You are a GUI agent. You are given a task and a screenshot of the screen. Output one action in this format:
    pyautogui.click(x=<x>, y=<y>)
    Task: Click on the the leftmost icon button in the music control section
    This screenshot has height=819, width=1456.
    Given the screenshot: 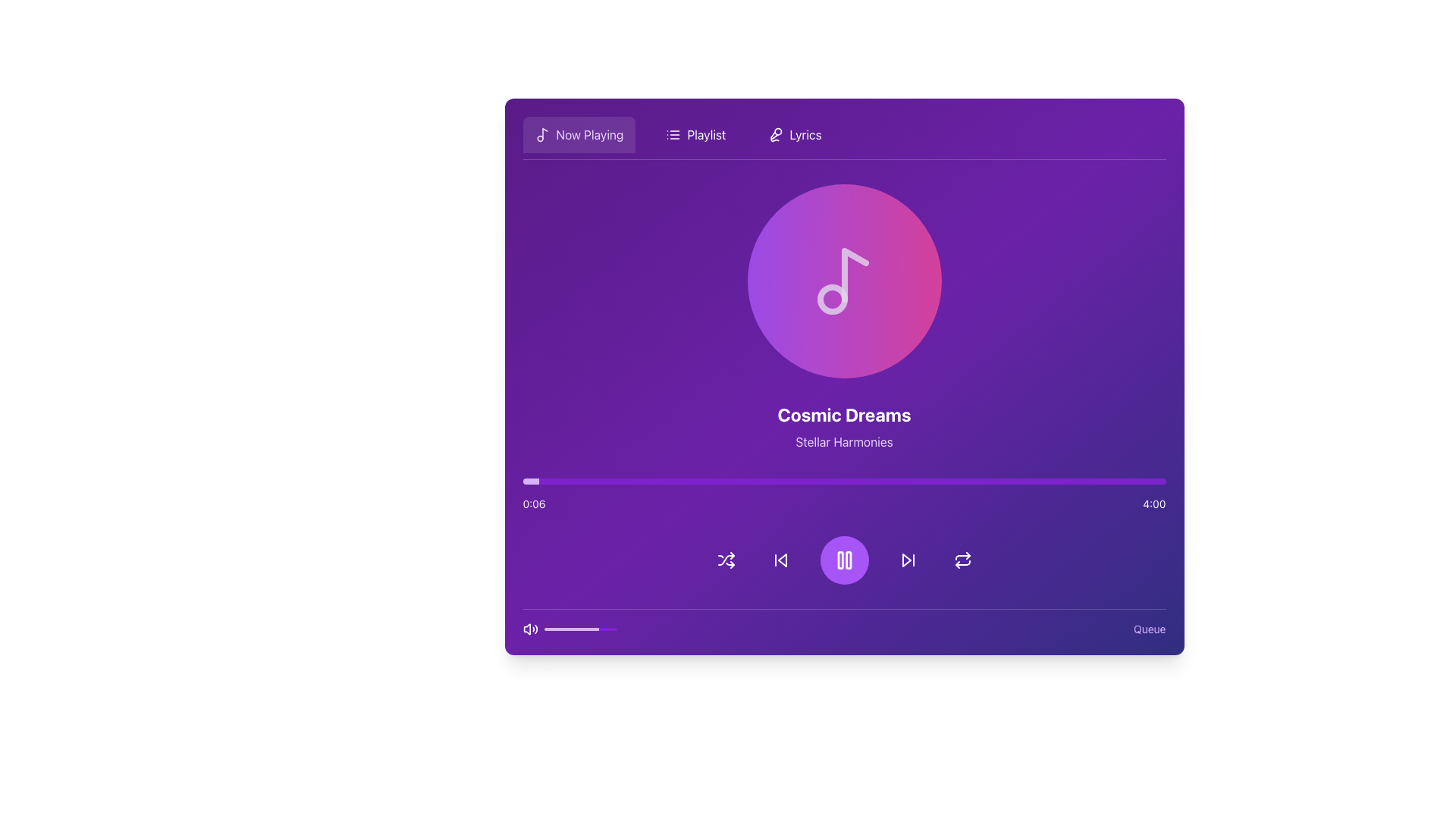 What is the action you would take?
    pyautogui.click(x=725, y=560)
    